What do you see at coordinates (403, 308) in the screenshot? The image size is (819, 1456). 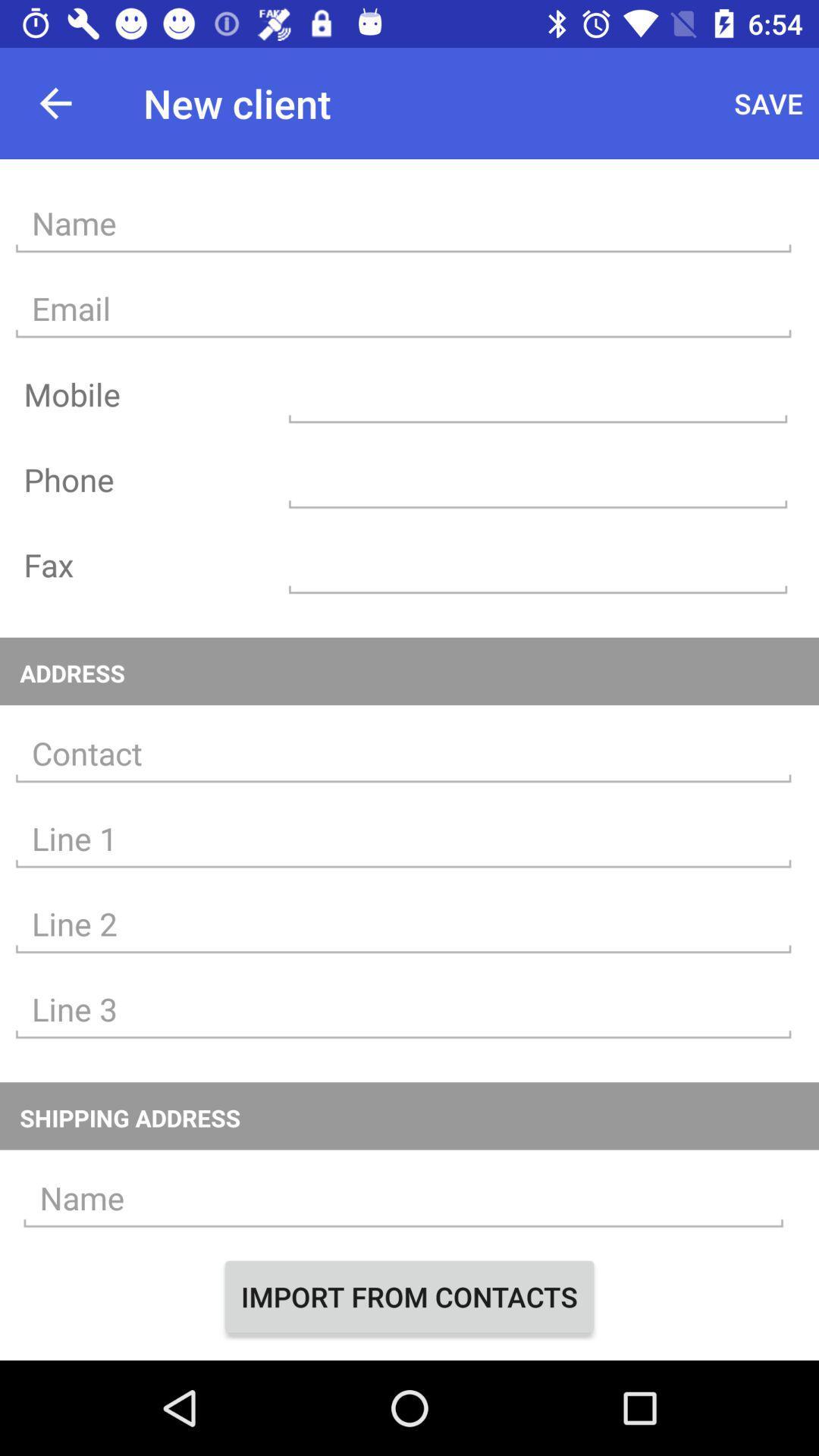 I see `item above mobile icon` at bounding box center [403, 308].